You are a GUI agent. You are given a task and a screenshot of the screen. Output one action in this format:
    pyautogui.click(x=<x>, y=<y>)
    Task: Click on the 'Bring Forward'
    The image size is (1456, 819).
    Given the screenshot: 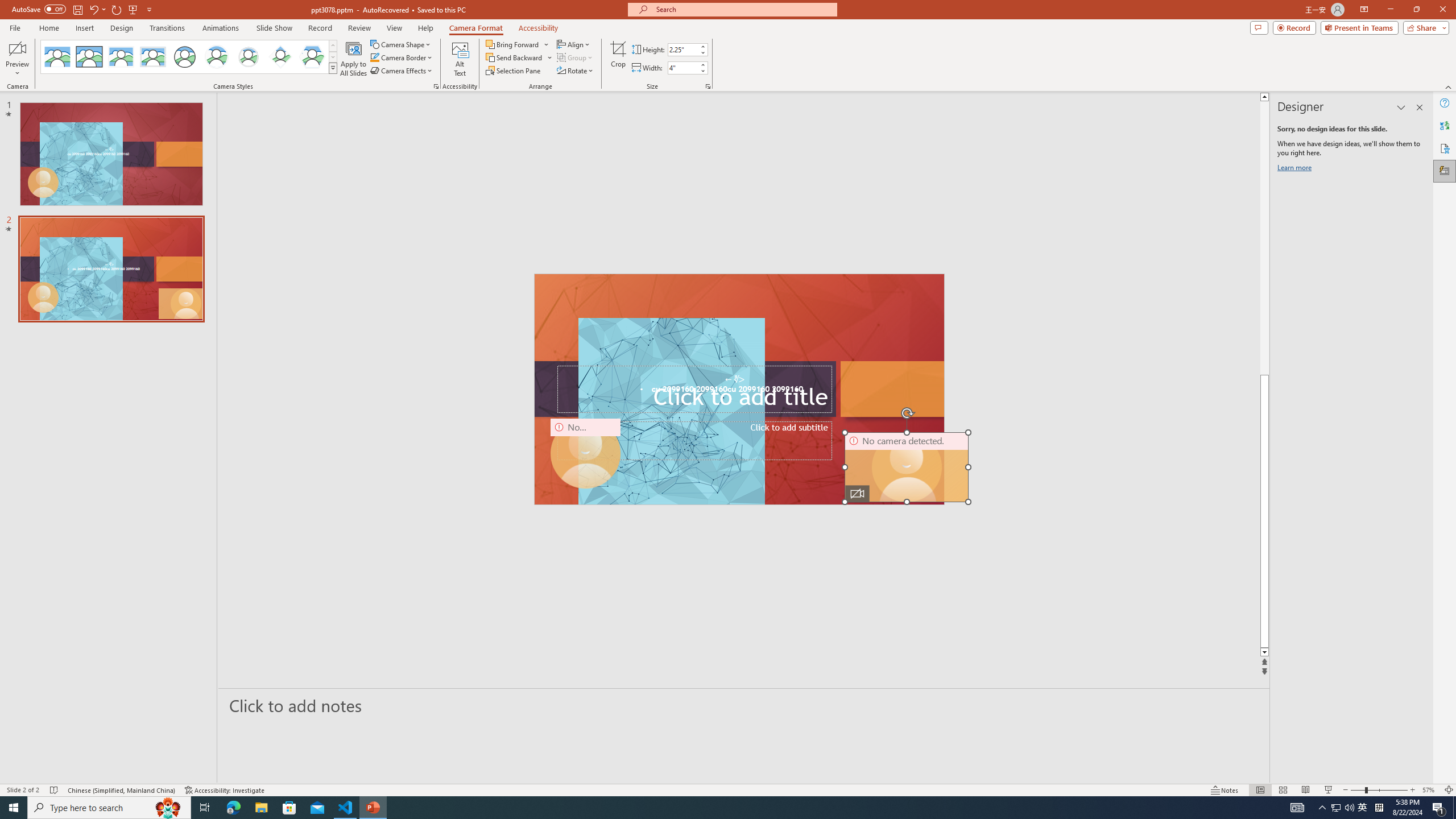 What is the action you would take?
    pyautogui.click(x=517, y=44)
    